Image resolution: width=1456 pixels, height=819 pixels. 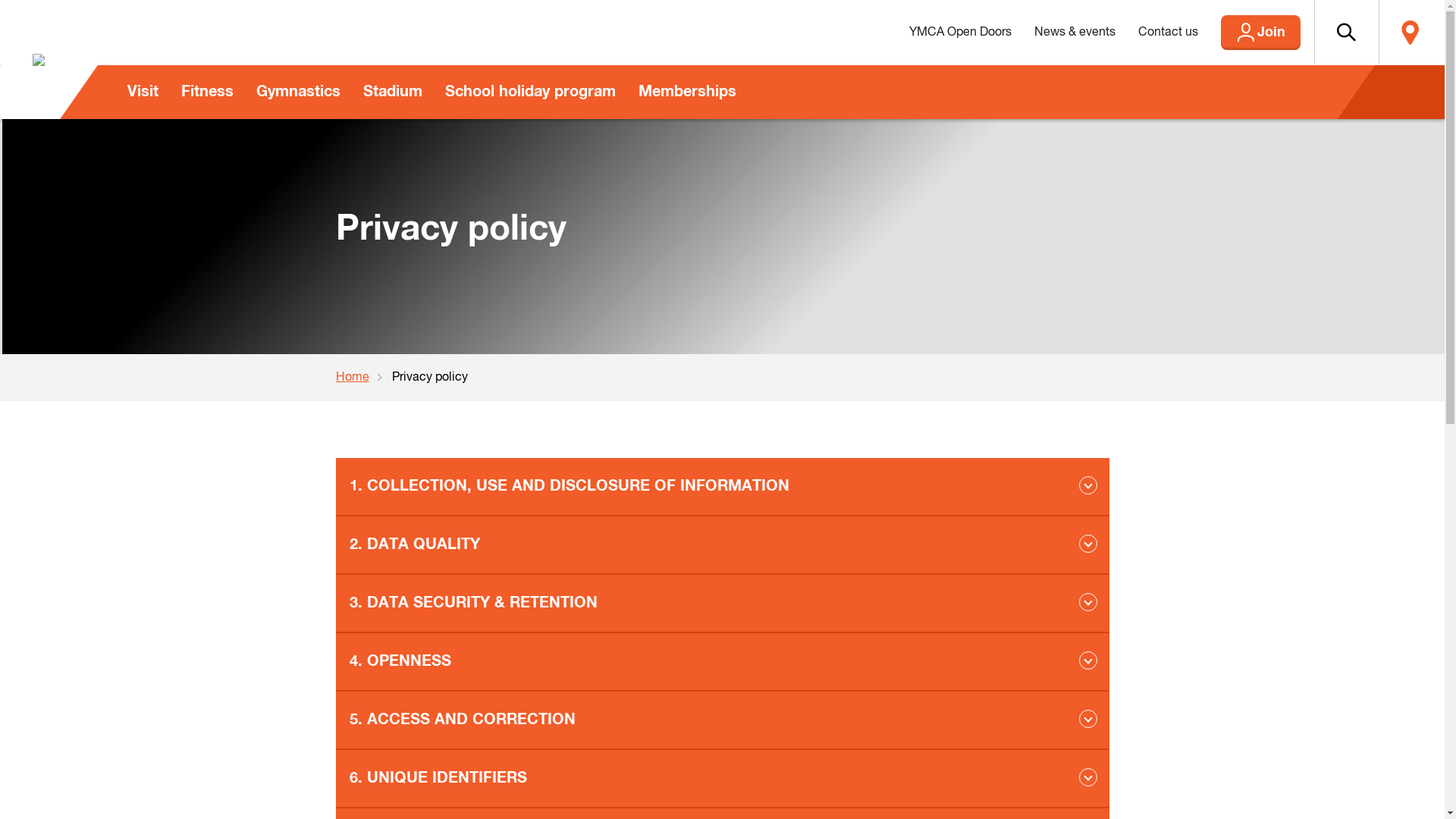 What do you see at coordinates (1073, 32) in the screenshot?
I see `'News & events'` at bounding box center [1073, 32].